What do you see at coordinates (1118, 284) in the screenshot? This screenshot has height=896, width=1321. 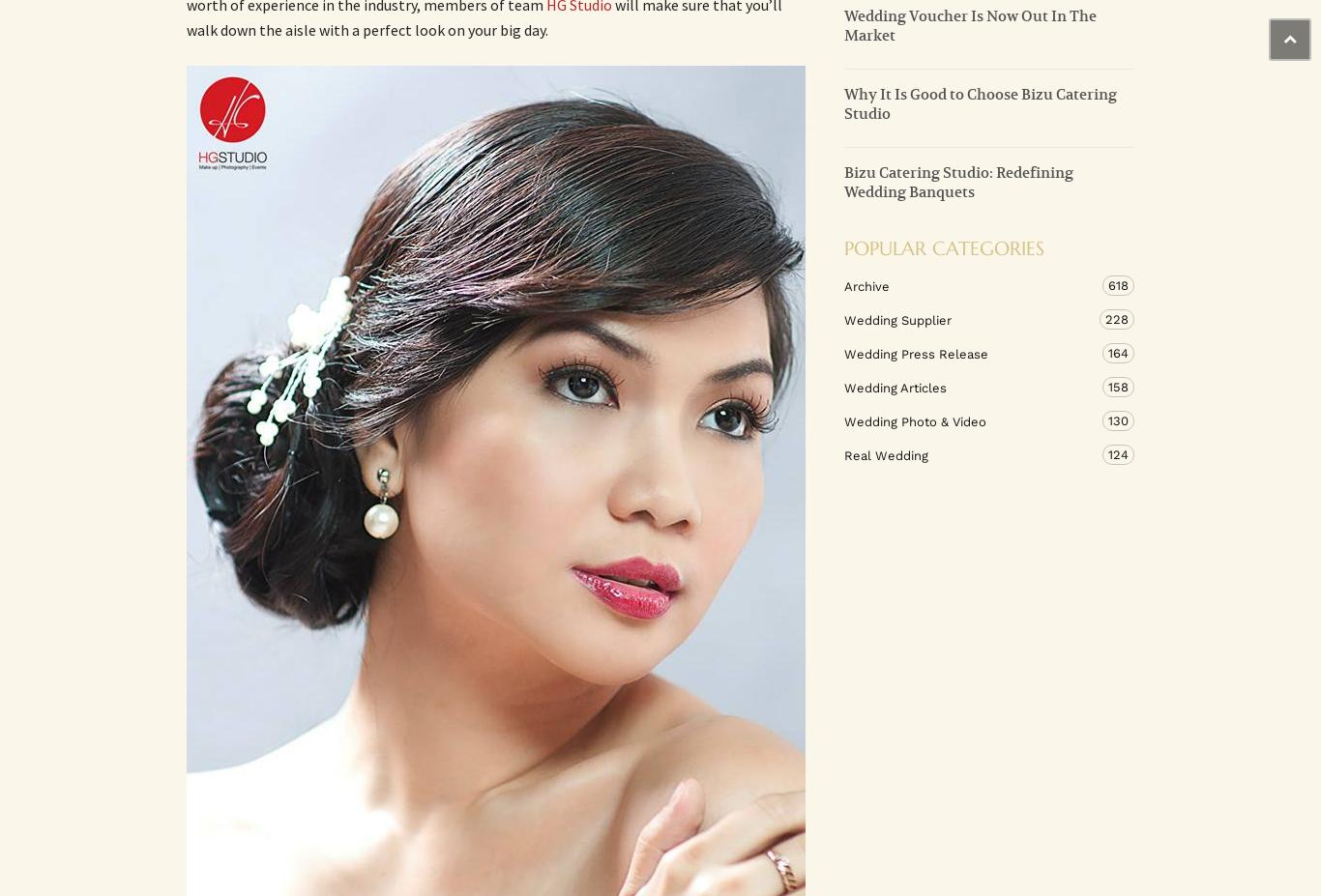 I see `'618'` at bounding box center [1118, 284].